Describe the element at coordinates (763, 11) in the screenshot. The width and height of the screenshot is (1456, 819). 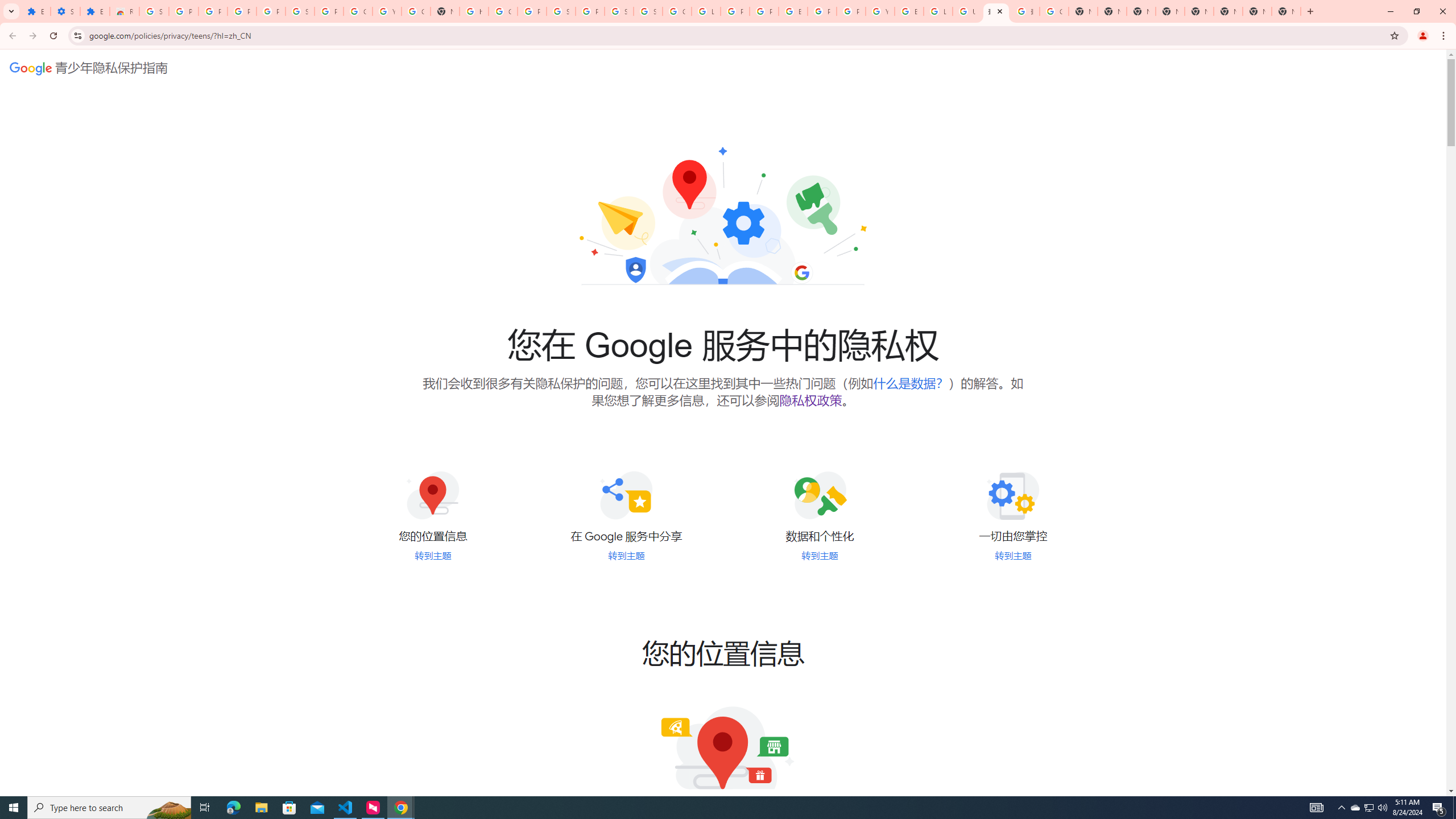
I see `'Privacy Help Center - Policies Help'` at that location.